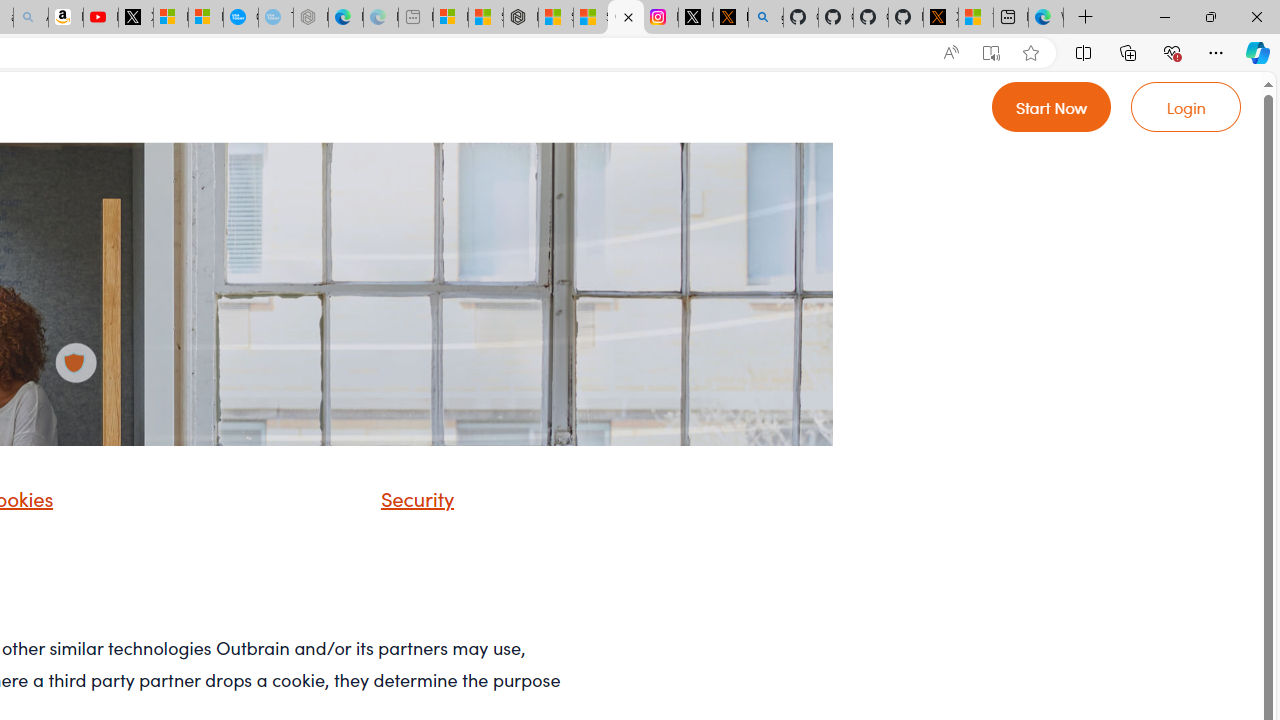  I want to click on 'Go to Register', so click(1050, 106).